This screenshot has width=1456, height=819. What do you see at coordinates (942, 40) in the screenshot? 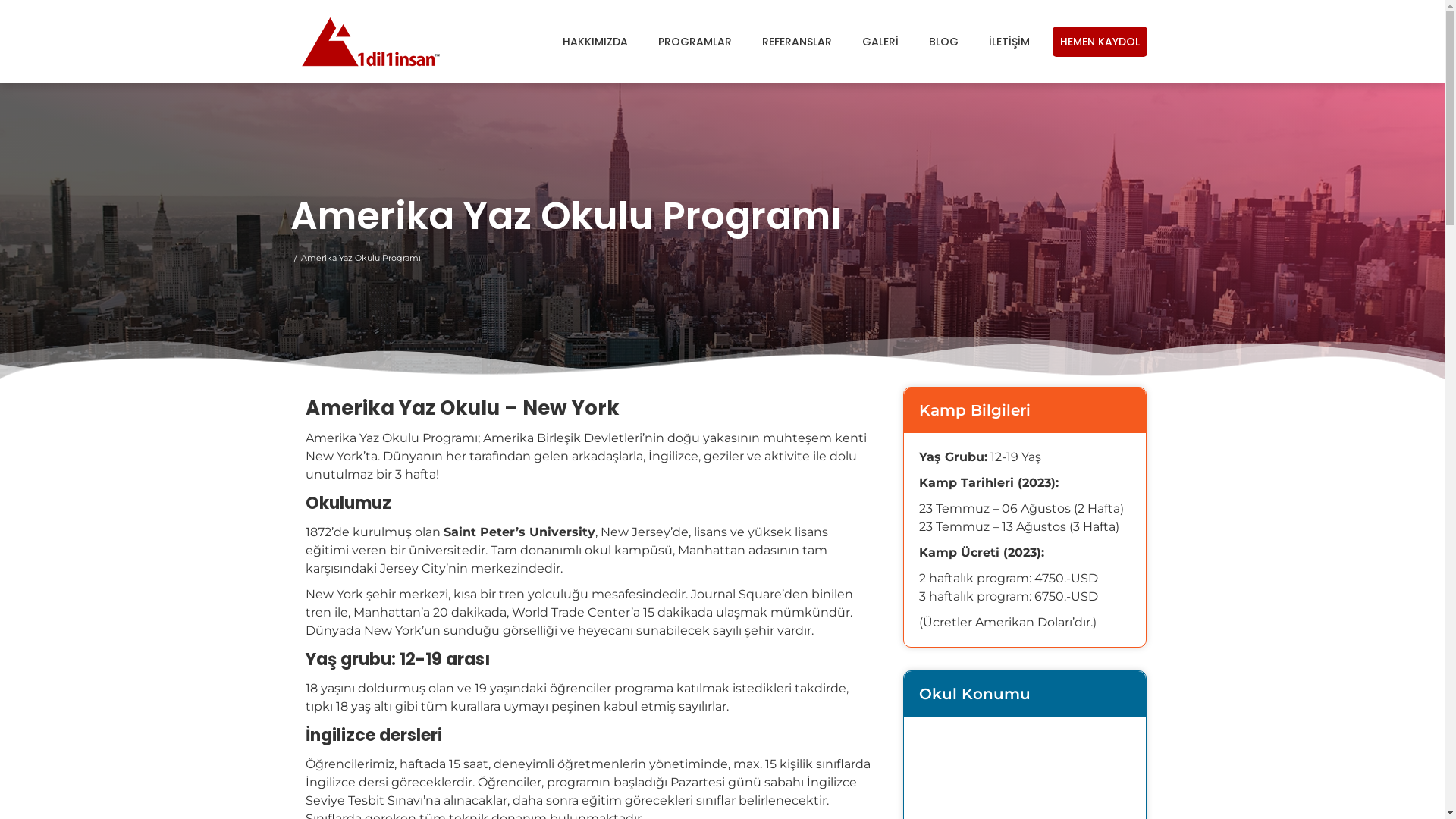
I see `'BLOG'` at bounding box center [942, 40].